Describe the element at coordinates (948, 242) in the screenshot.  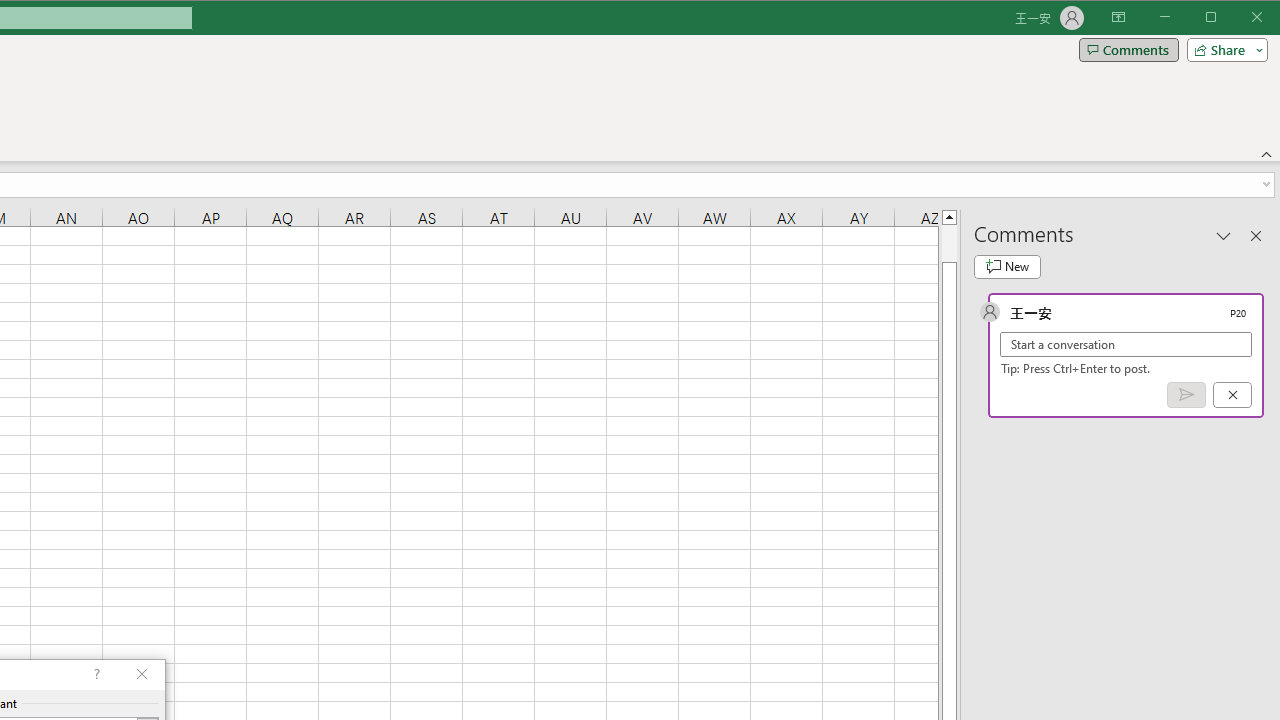
I see `'Page up'` at that location.